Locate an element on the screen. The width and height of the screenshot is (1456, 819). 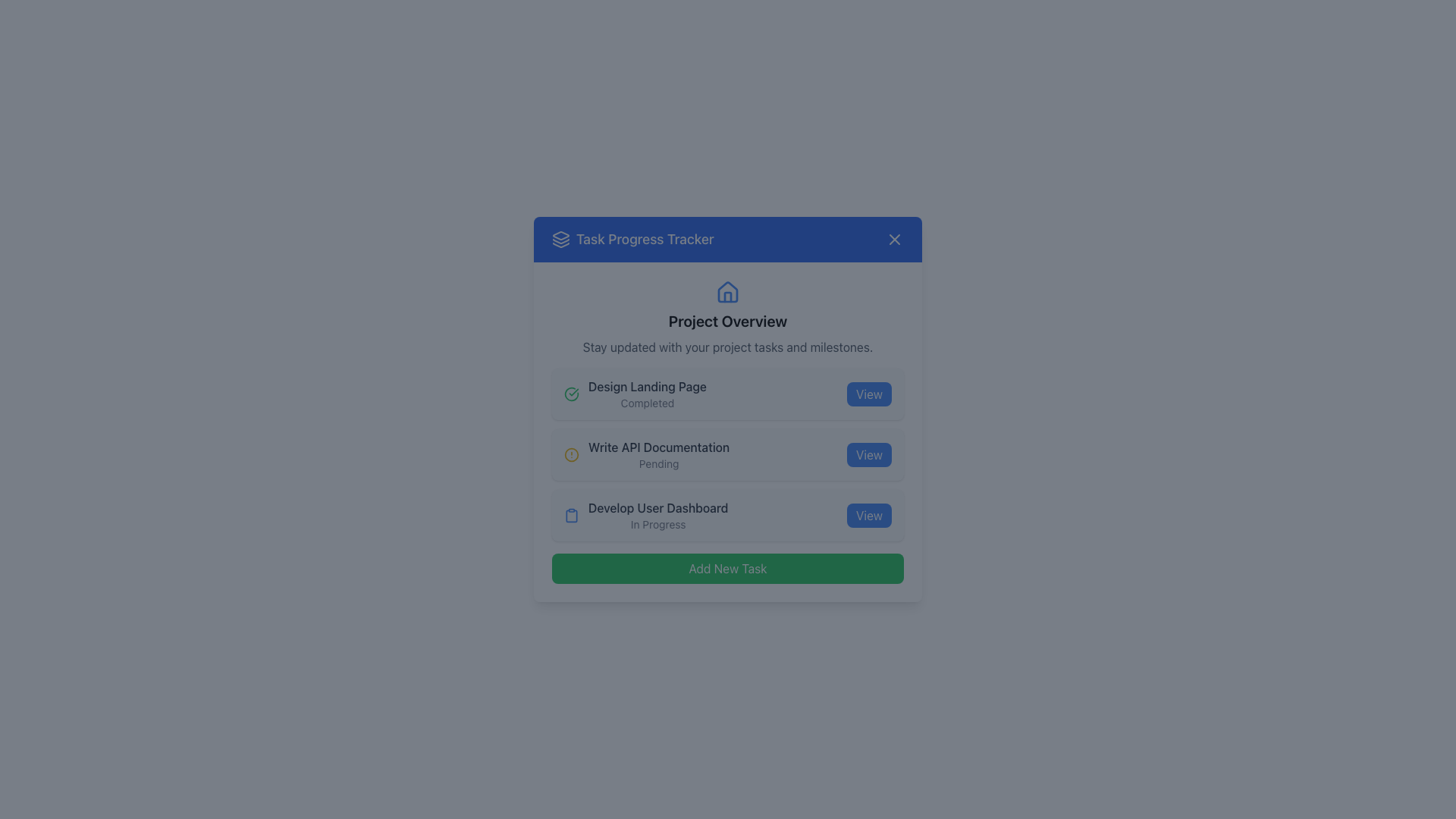
the house icon with blue outlines in the header of the 'Task Progress Tracker' modal interface is located at coordinates (728, 292).